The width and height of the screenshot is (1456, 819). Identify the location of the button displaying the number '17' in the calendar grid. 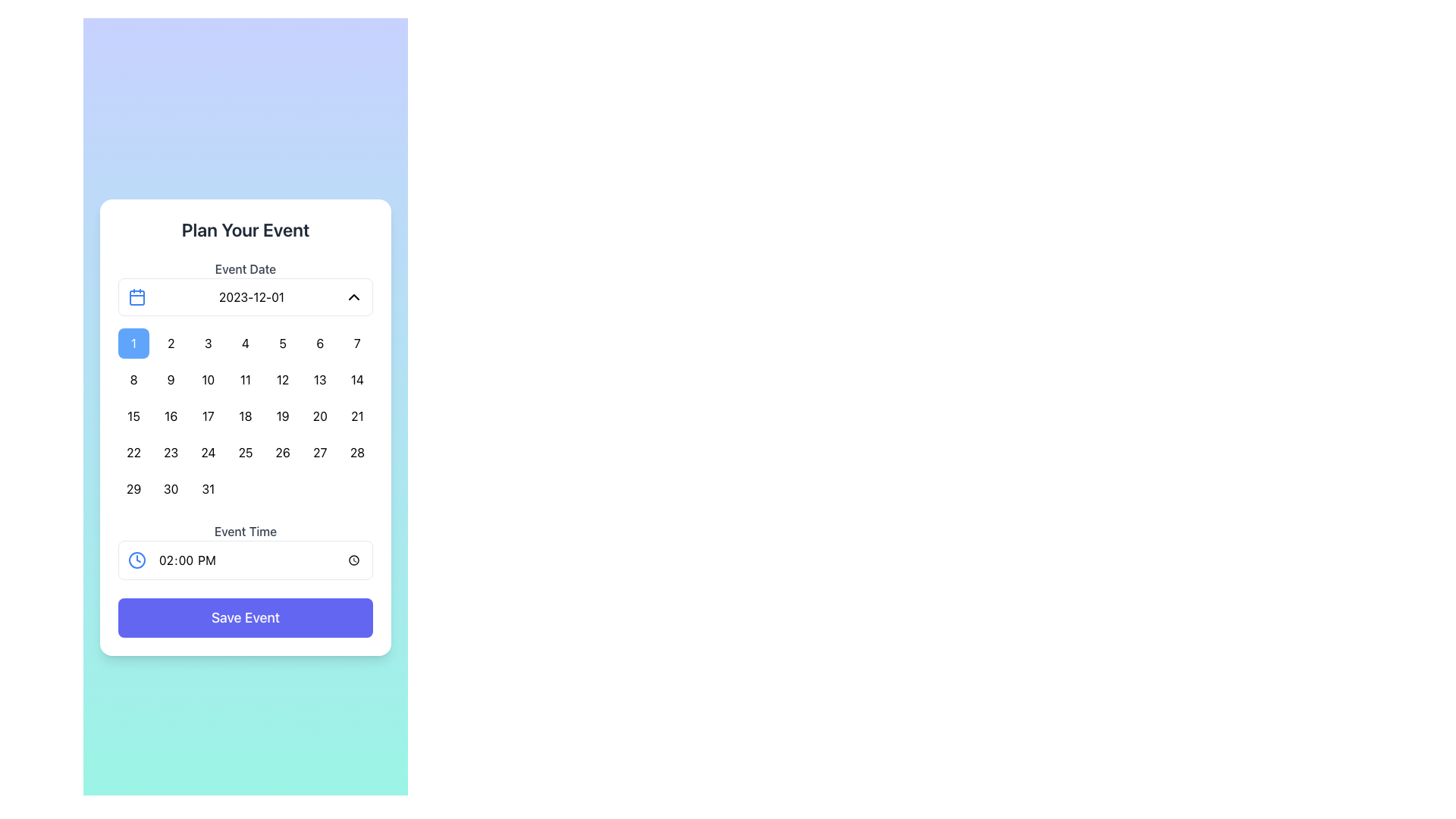
(207, 416).